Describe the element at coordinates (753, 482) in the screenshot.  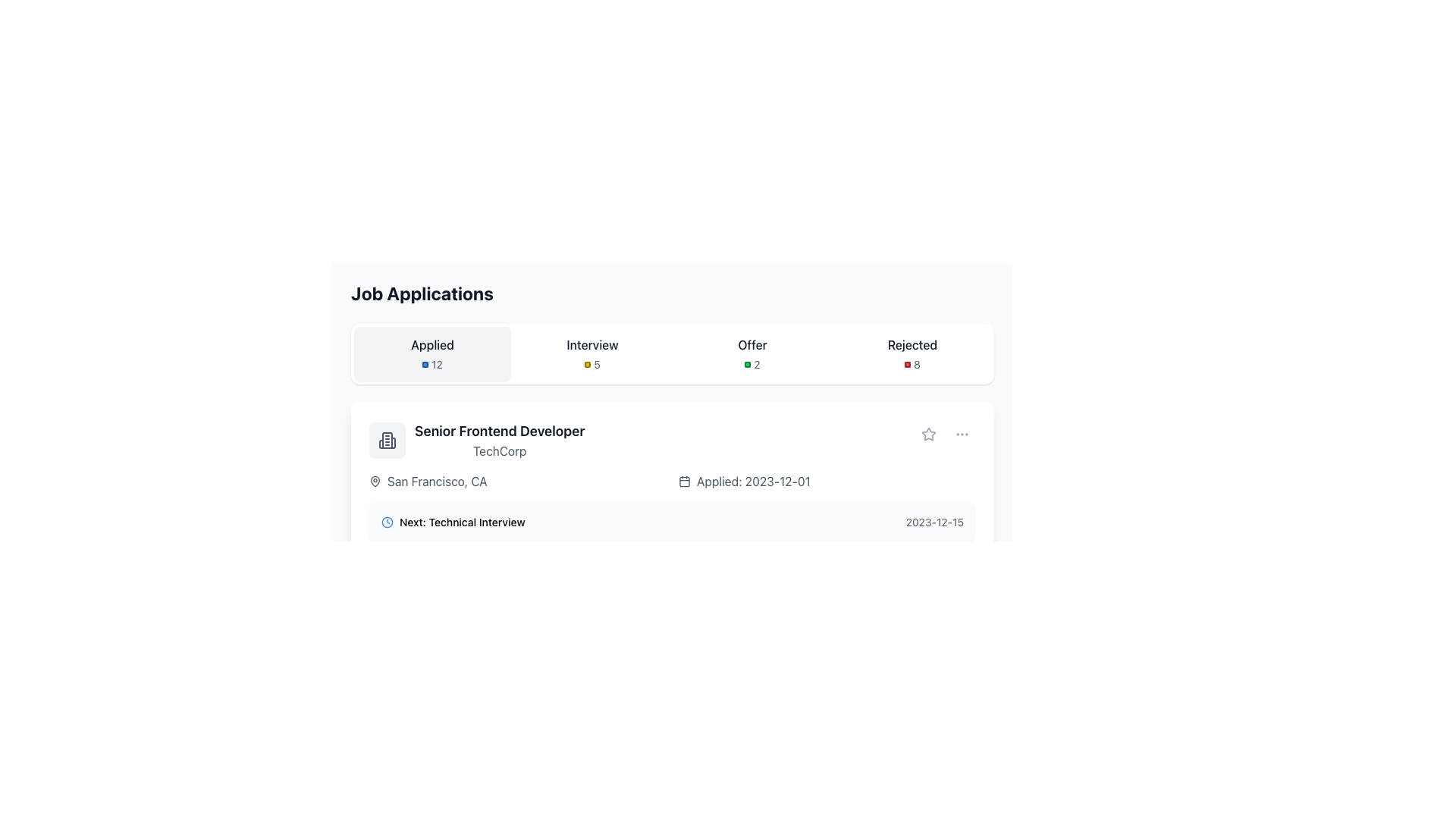
I see `the text label displaying 'Applied: 2023-12-01' in gray font, located on the right side of a job application card layout, next to a calendar icon` at that location.